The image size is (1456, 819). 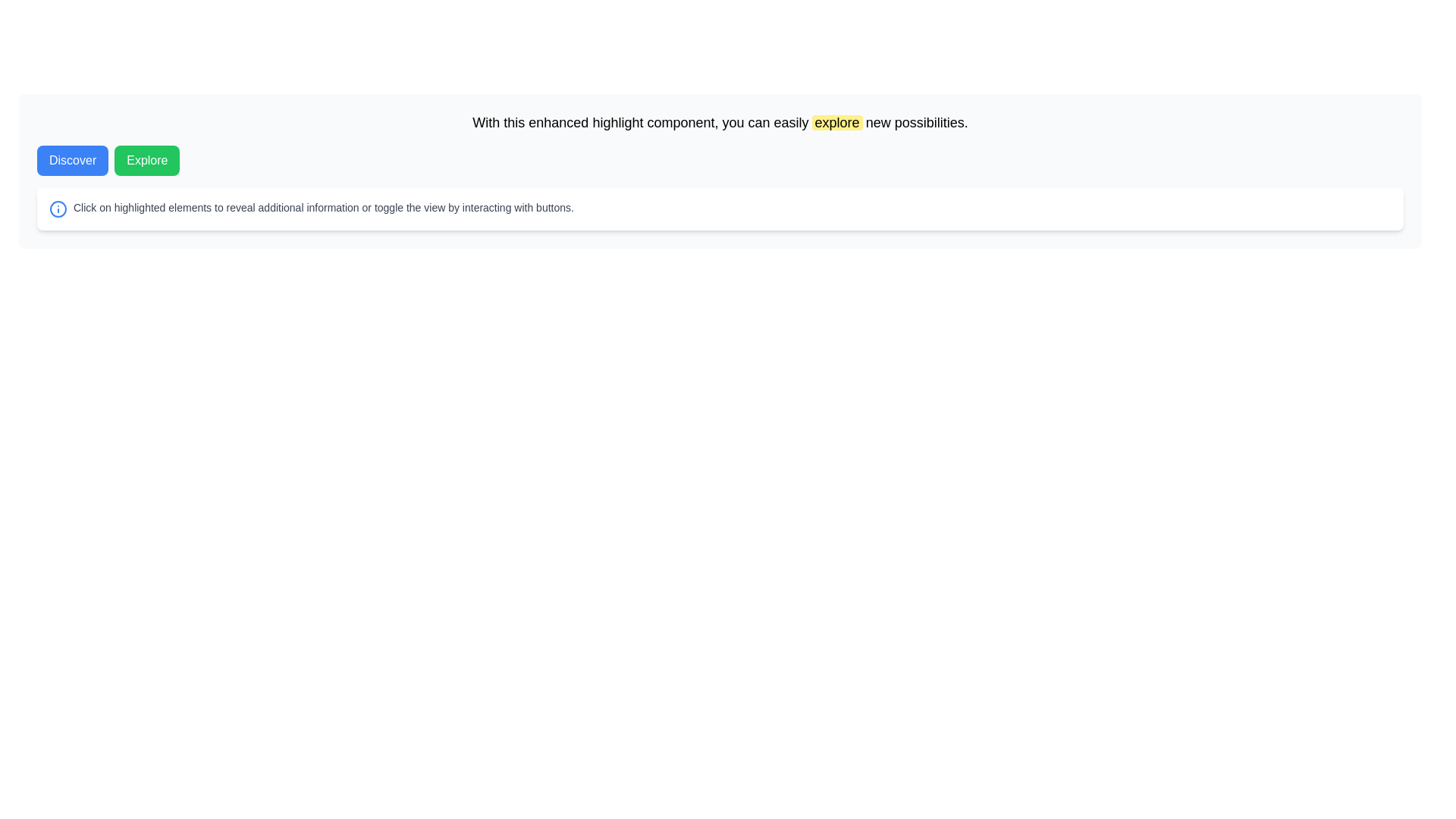 What do you see at coordinates (58, 209) in the screenshot?
I see `the blue circular SVG element, which is part of an informational icon positioned near the middle-bottom of the page` at bounding box center [58, 209].